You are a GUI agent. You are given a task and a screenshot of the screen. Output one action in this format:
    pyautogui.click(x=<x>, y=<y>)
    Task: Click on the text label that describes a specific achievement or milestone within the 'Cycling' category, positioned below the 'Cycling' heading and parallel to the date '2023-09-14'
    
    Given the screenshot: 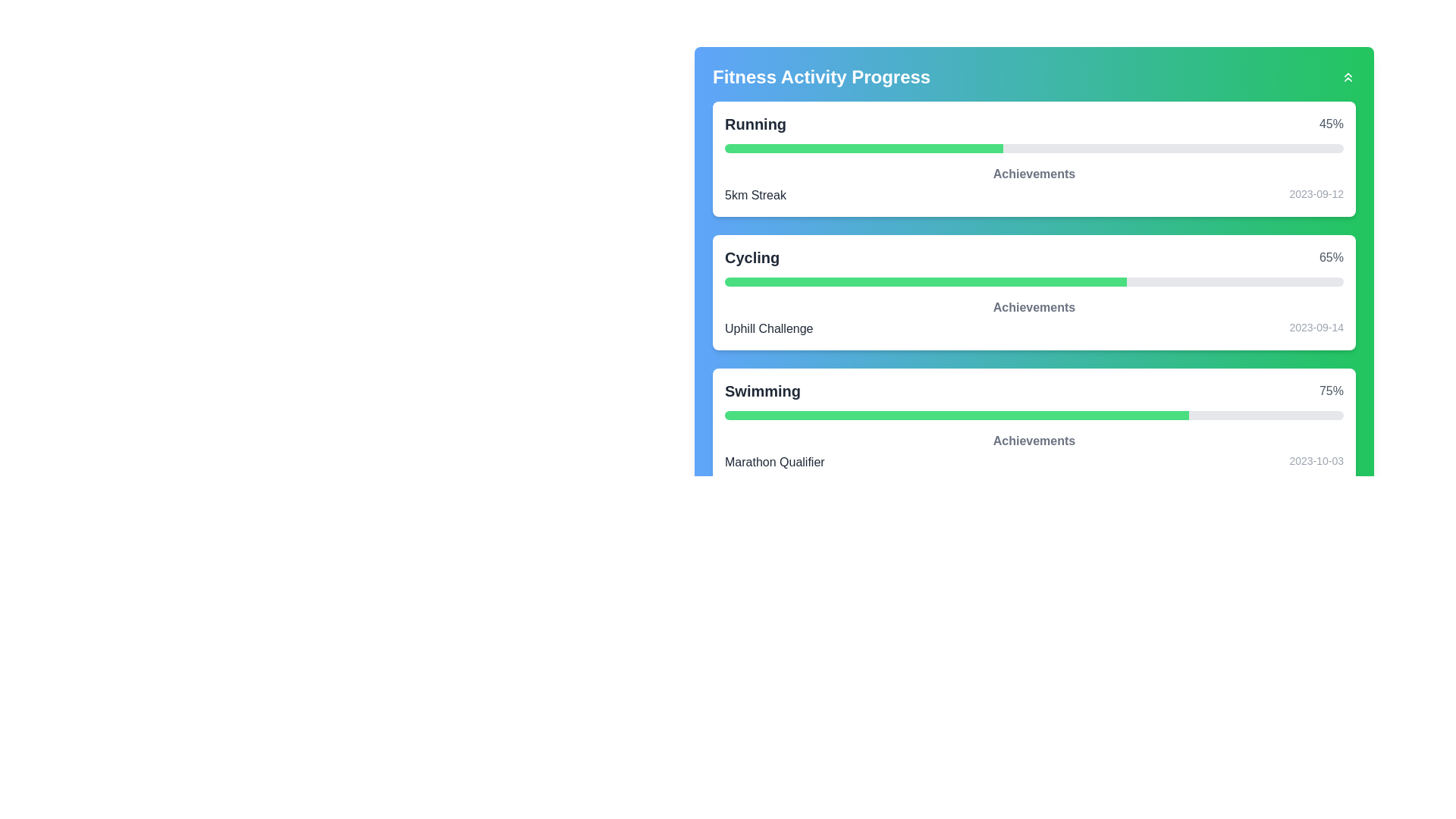 What is the action you would take?
    pyautogui.click(x=769, y=328)
    